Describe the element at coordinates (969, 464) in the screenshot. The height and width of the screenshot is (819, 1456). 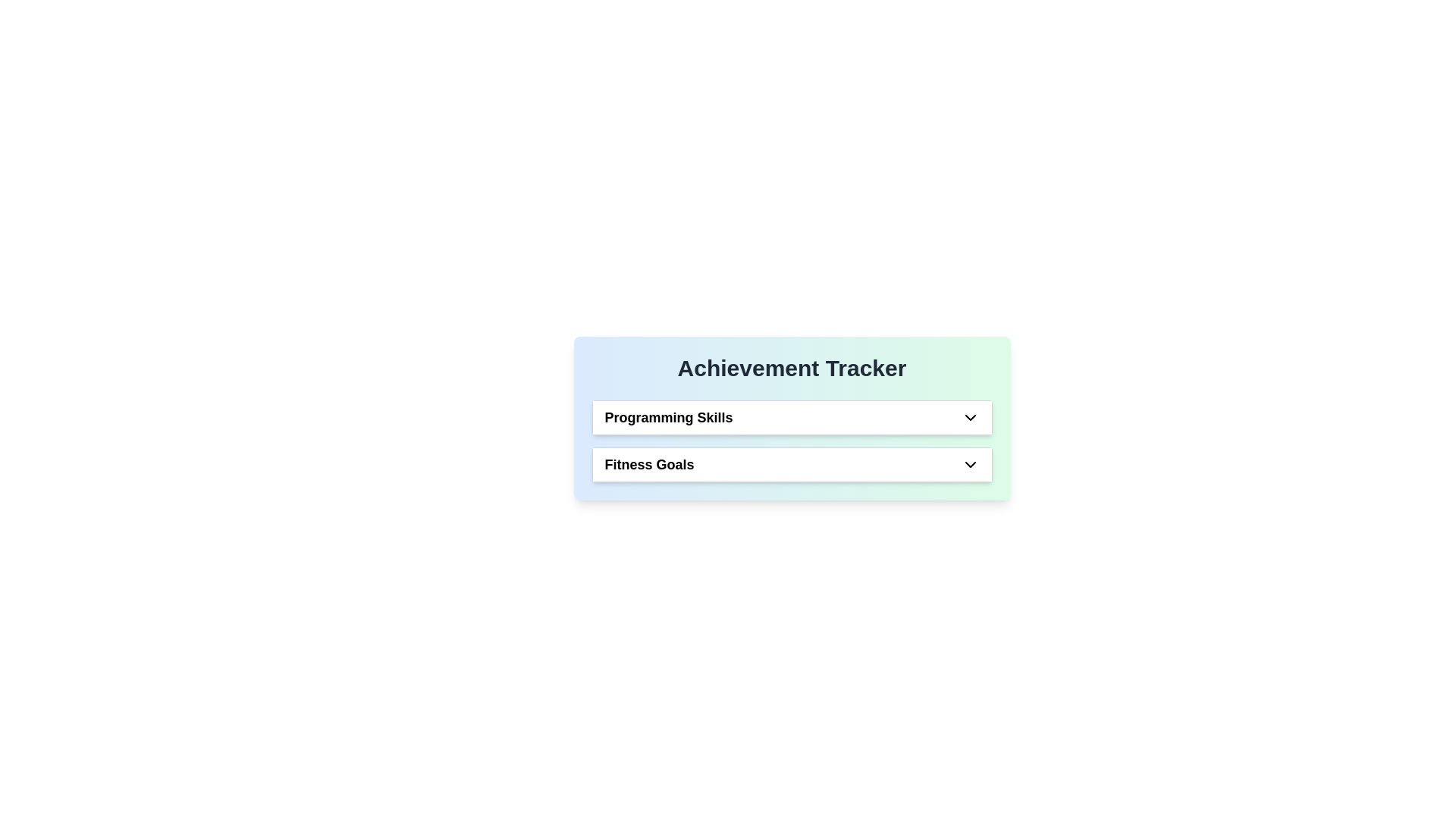
I see `the dropdown button for Fitness Goals to expand it` at that location.